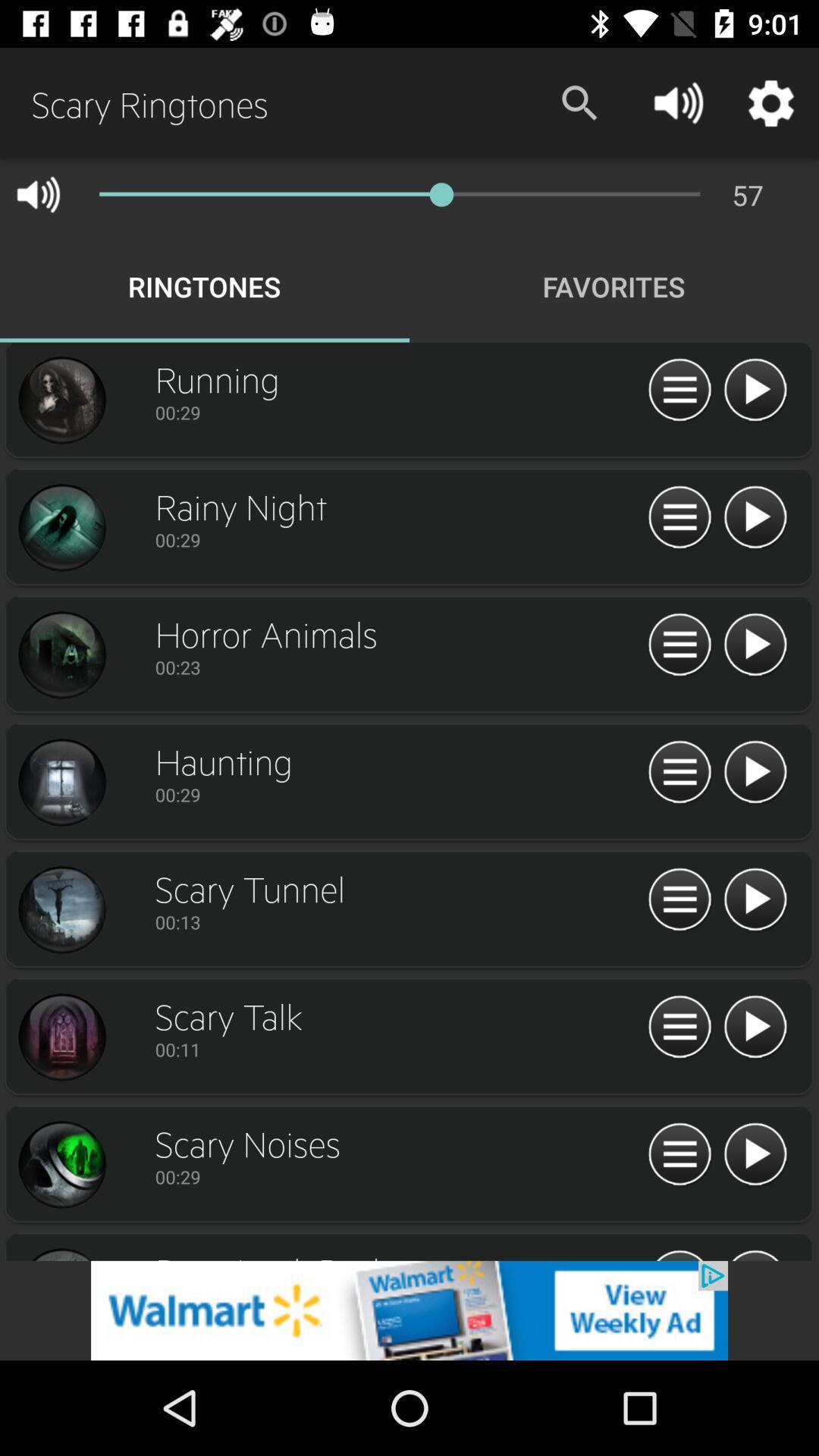 This screenshot has width=819, height=1456. Describe the element at coordinates (679, 1028) in the screenshot. I see `menu option` at that location.